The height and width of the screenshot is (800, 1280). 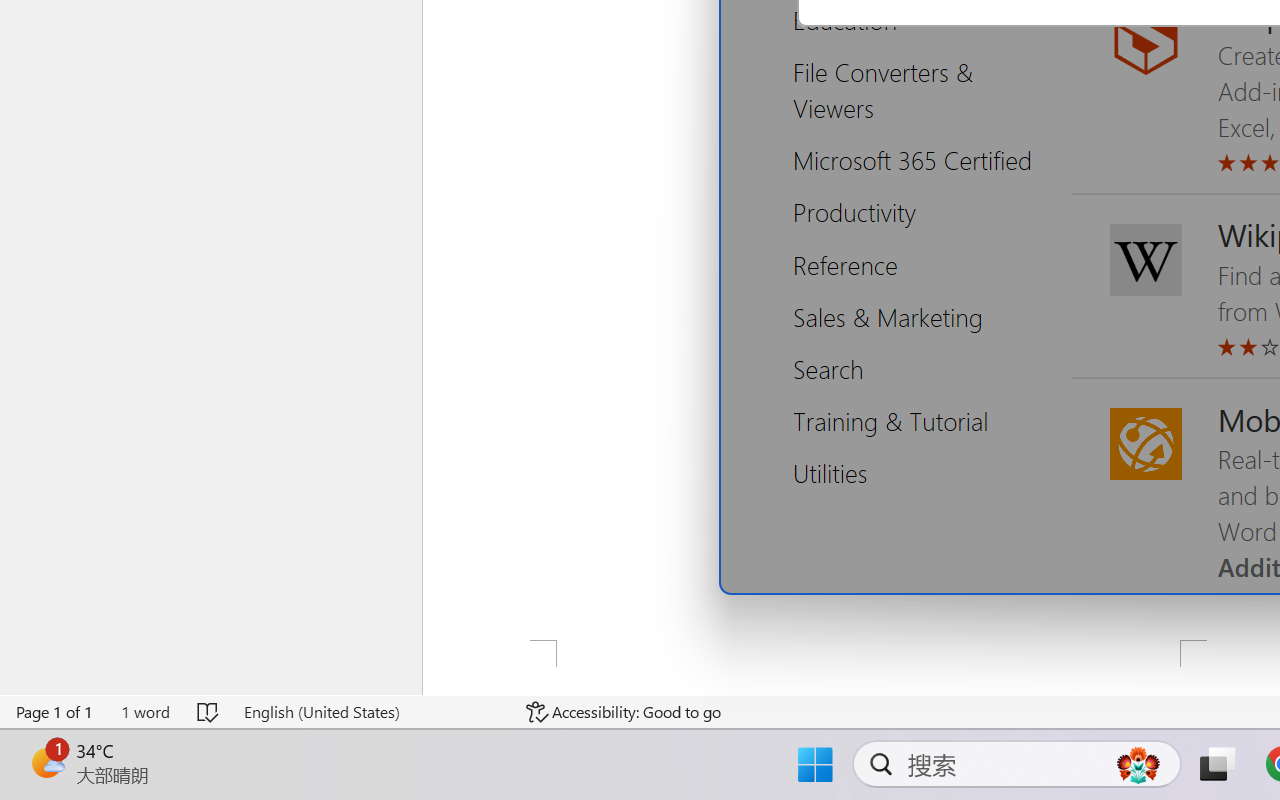 What do you see at coordinates (55, 711) in the screenshot?
I see `'Page Number Page 1 of 1'` at bounding box center [55, 711].